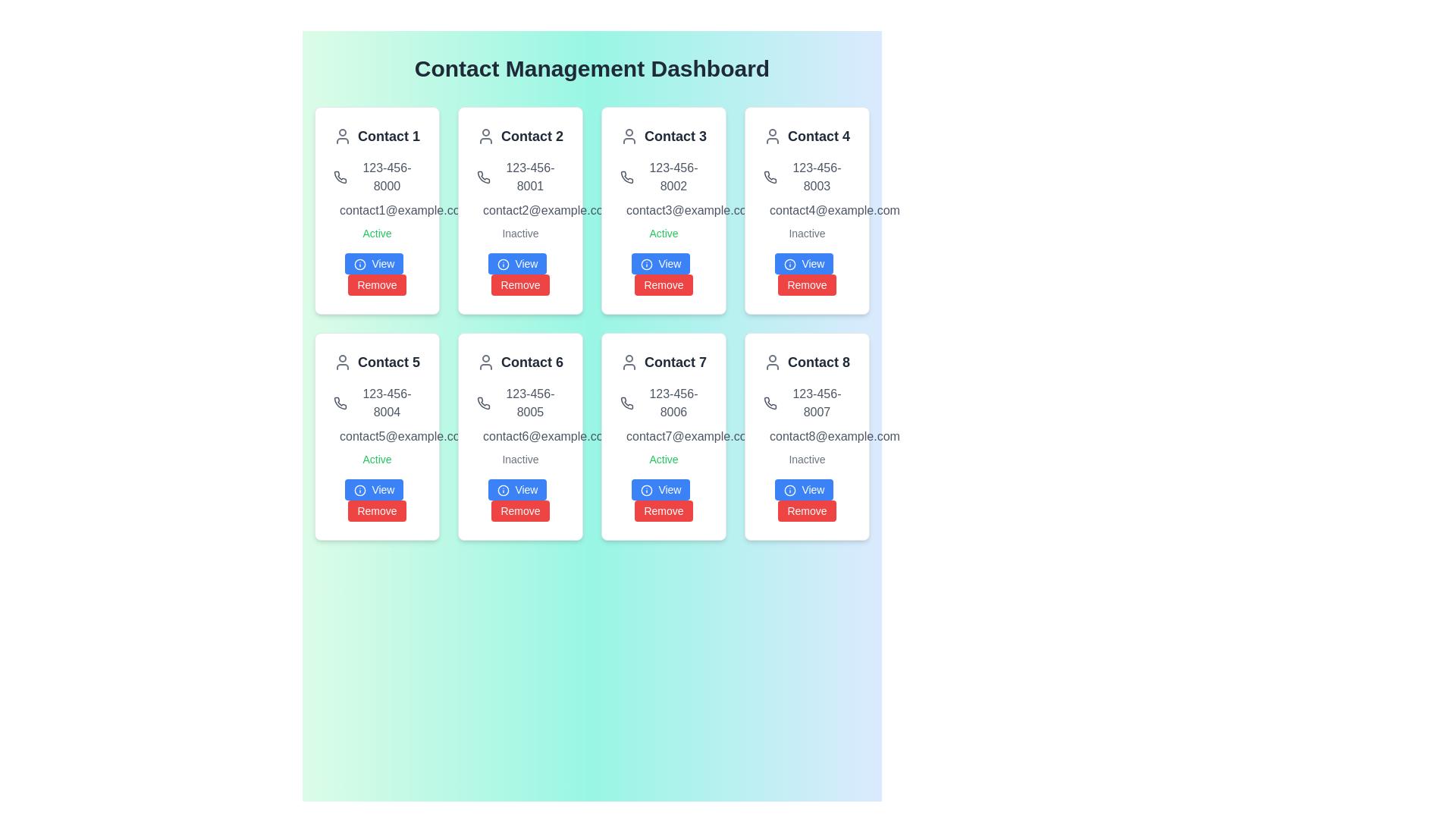 Image resolution: width=1456 pixels, height=819 pixels. Describe the element at coordinates (374, 489) in the screenshot. I see `the button located at the bottom left of the 'Contact 5' card in the 'Contact Management Dashboard'` at that location.